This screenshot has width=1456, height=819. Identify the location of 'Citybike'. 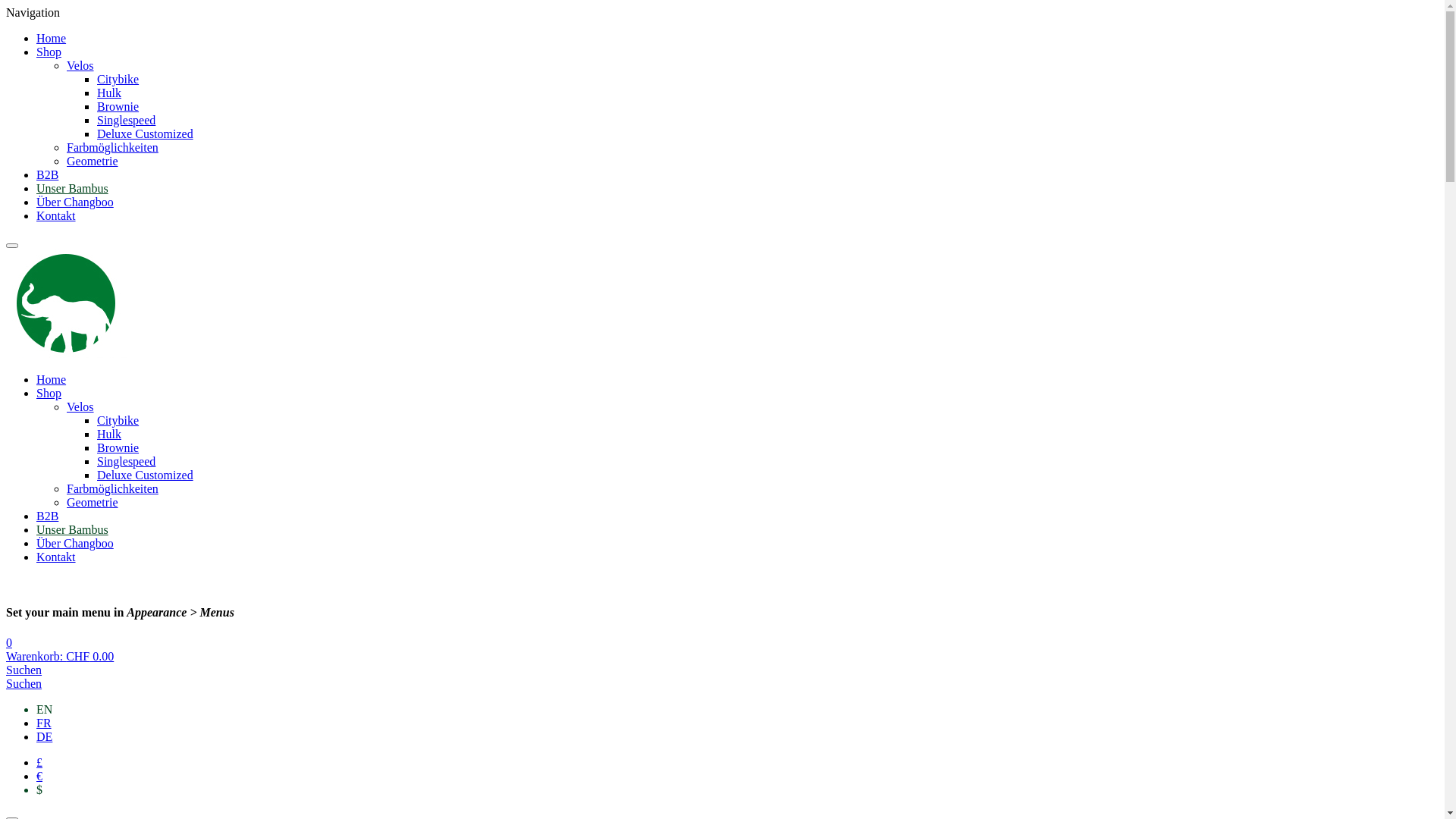
(117, 79).